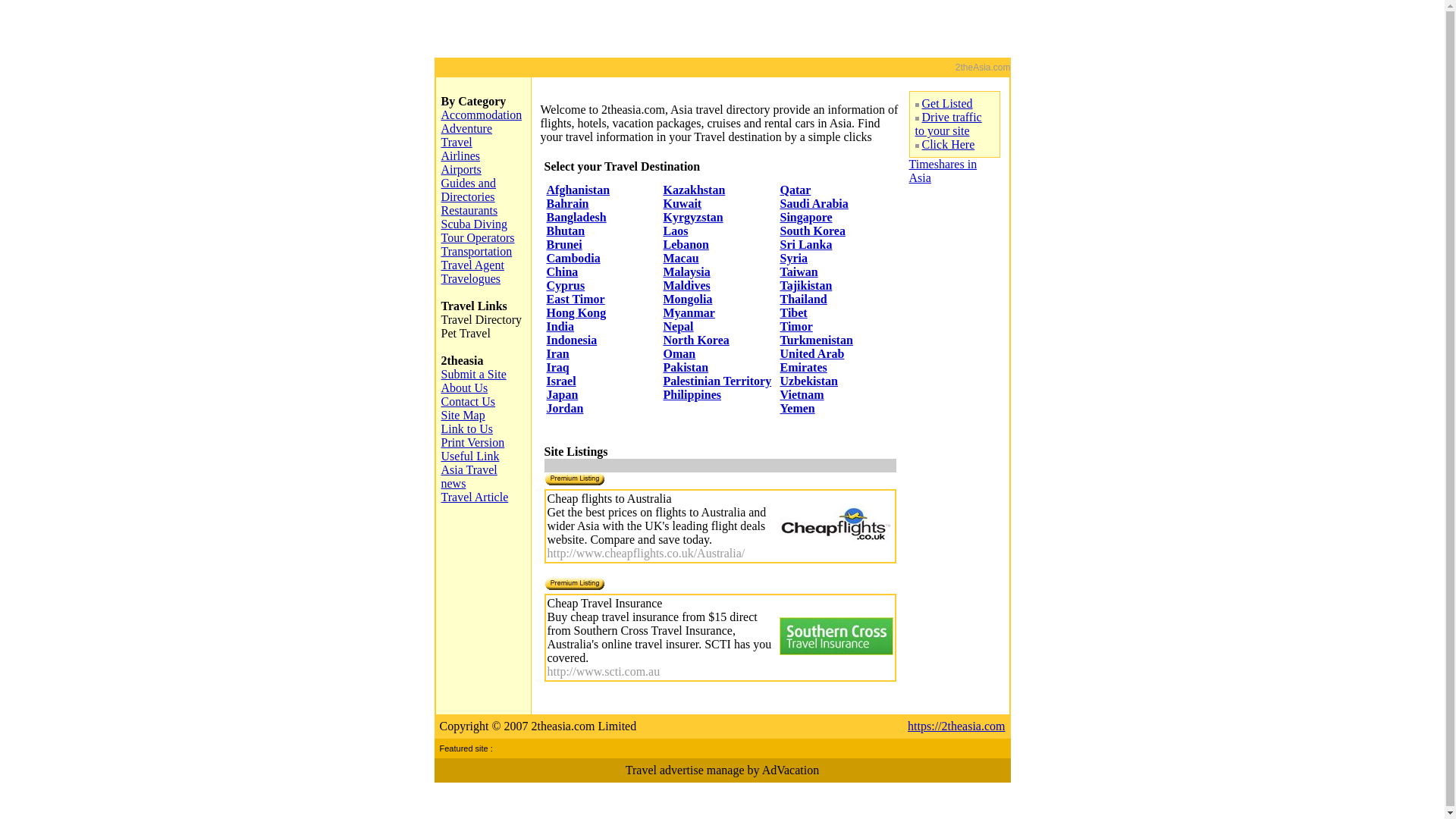  What do you see at coordinates (686, 285) in the screenshot?
I see `'Maldives'` at bounding box center [686, 285].